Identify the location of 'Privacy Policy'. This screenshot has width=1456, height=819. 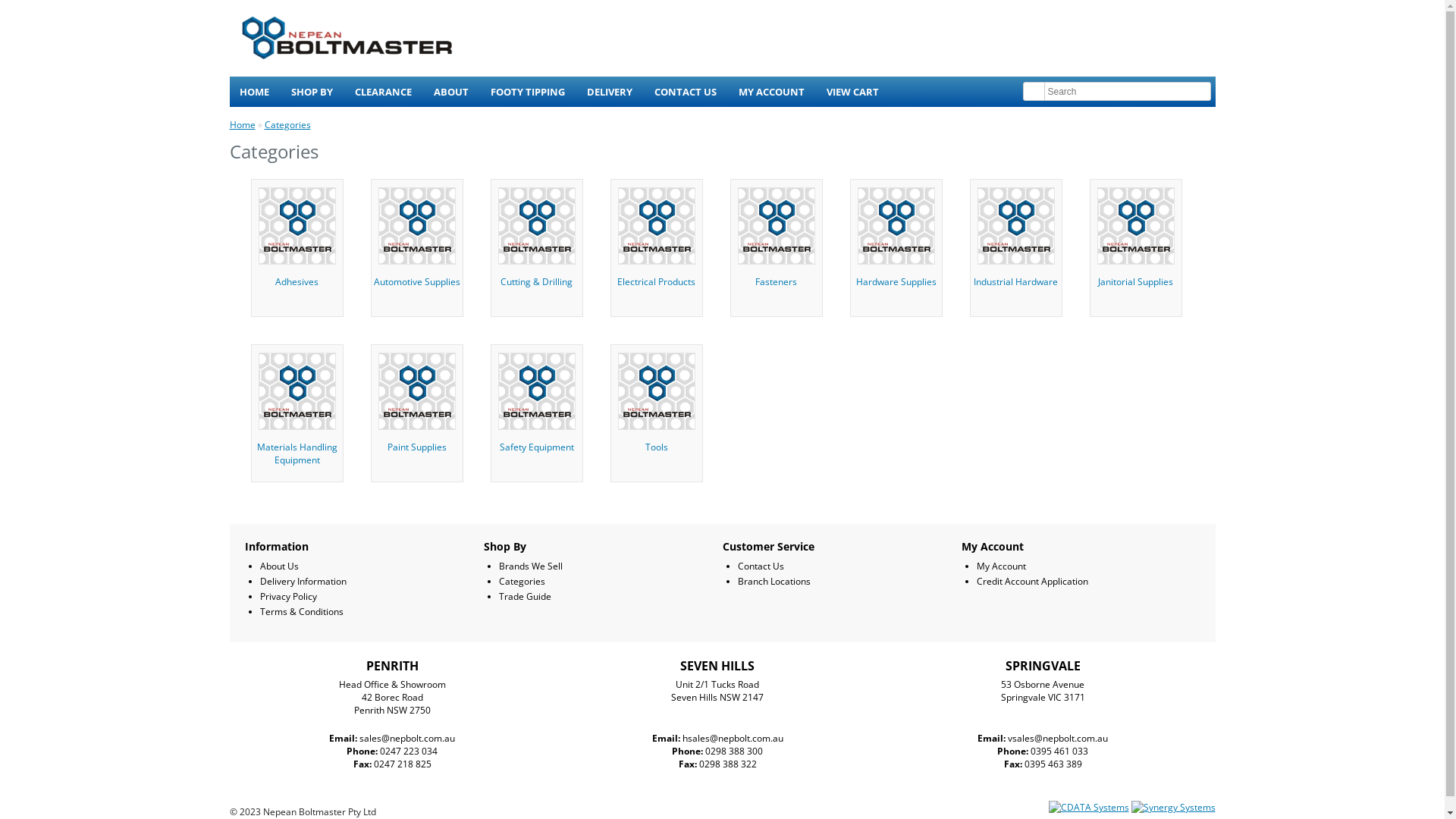
(287, 595).